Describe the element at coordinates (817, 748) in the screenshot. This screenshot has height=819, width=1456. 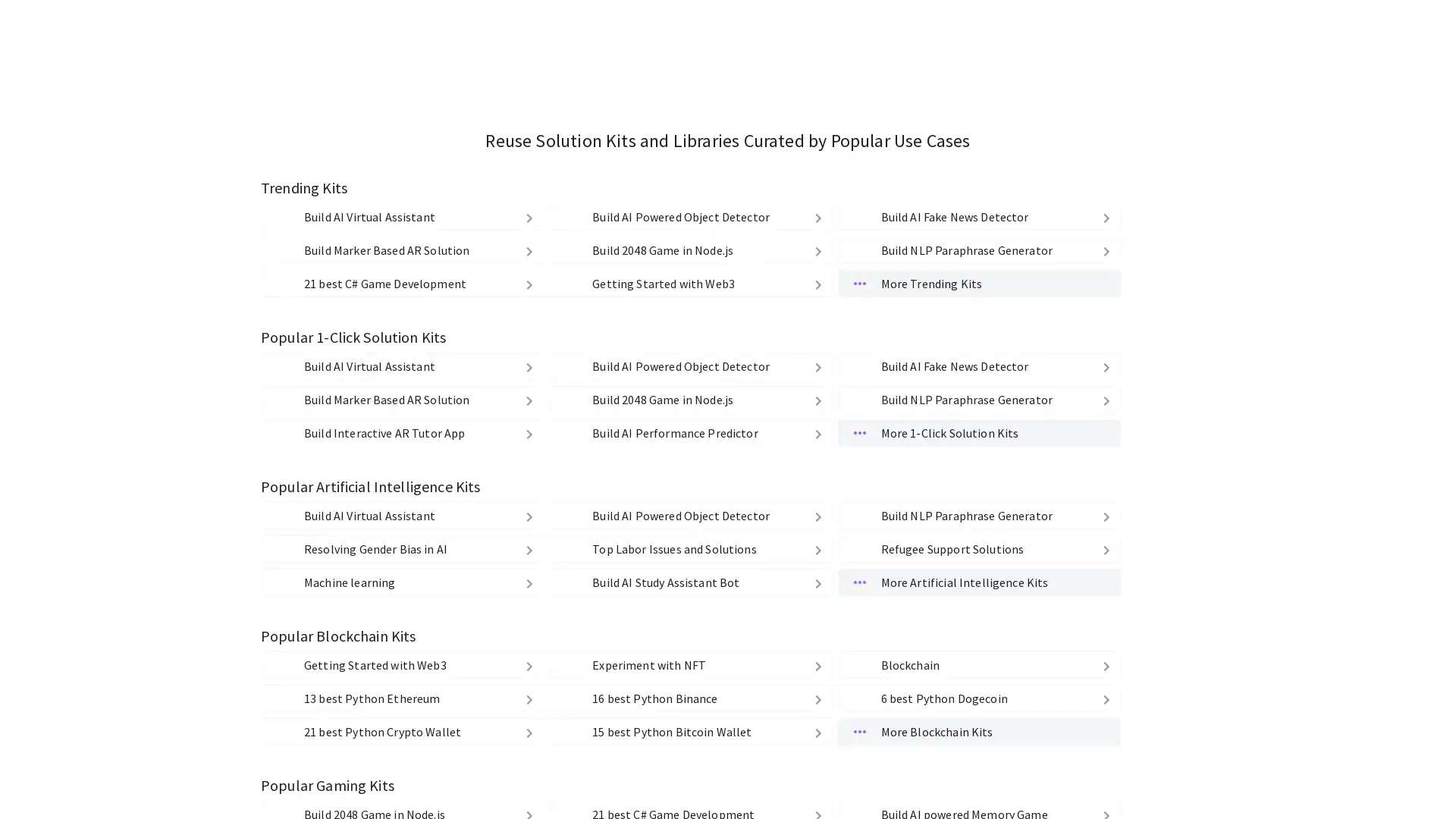
I see `delete` at that location.